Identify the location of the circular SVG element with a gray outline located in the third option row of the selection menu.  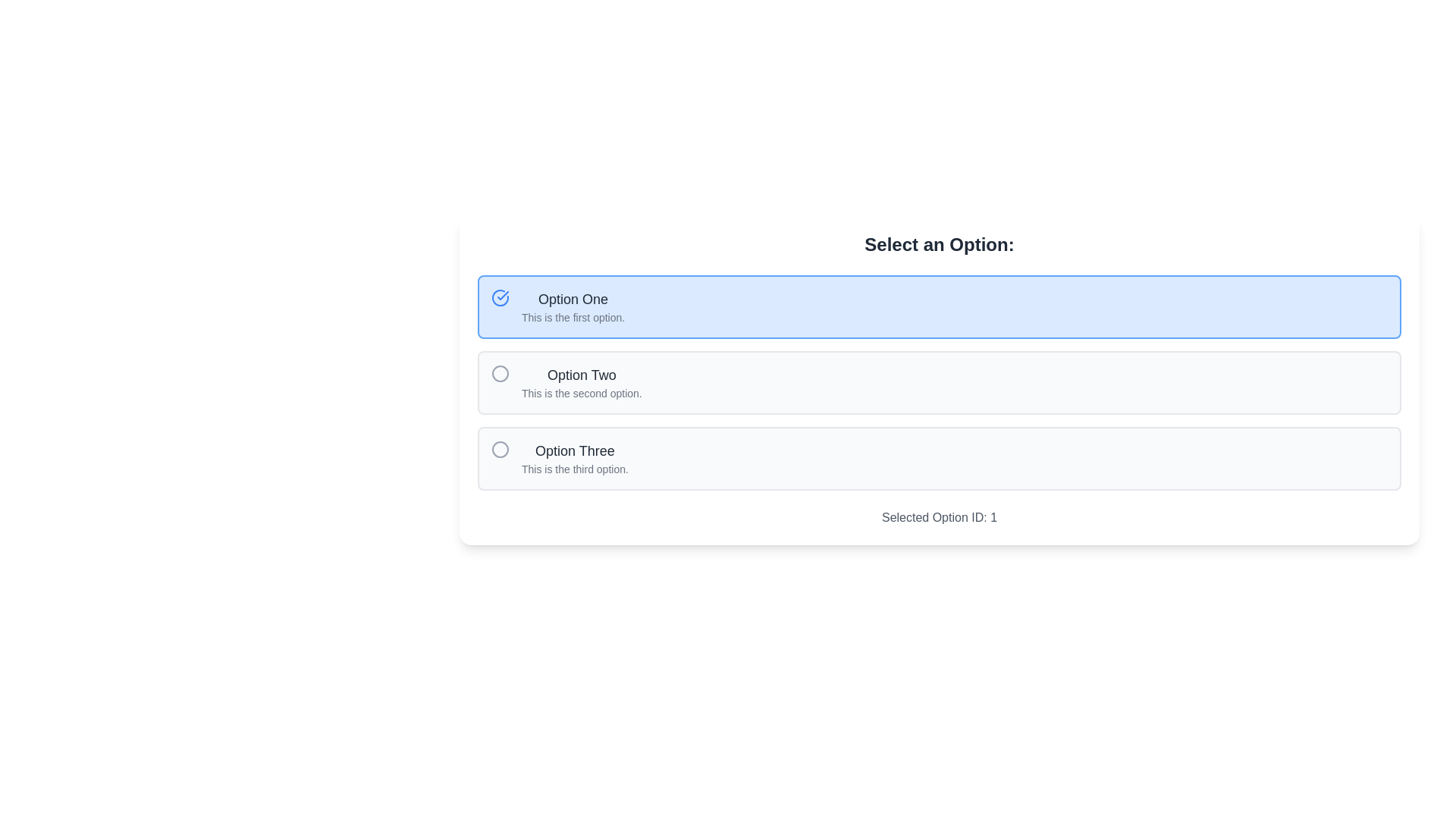
(500, 449).